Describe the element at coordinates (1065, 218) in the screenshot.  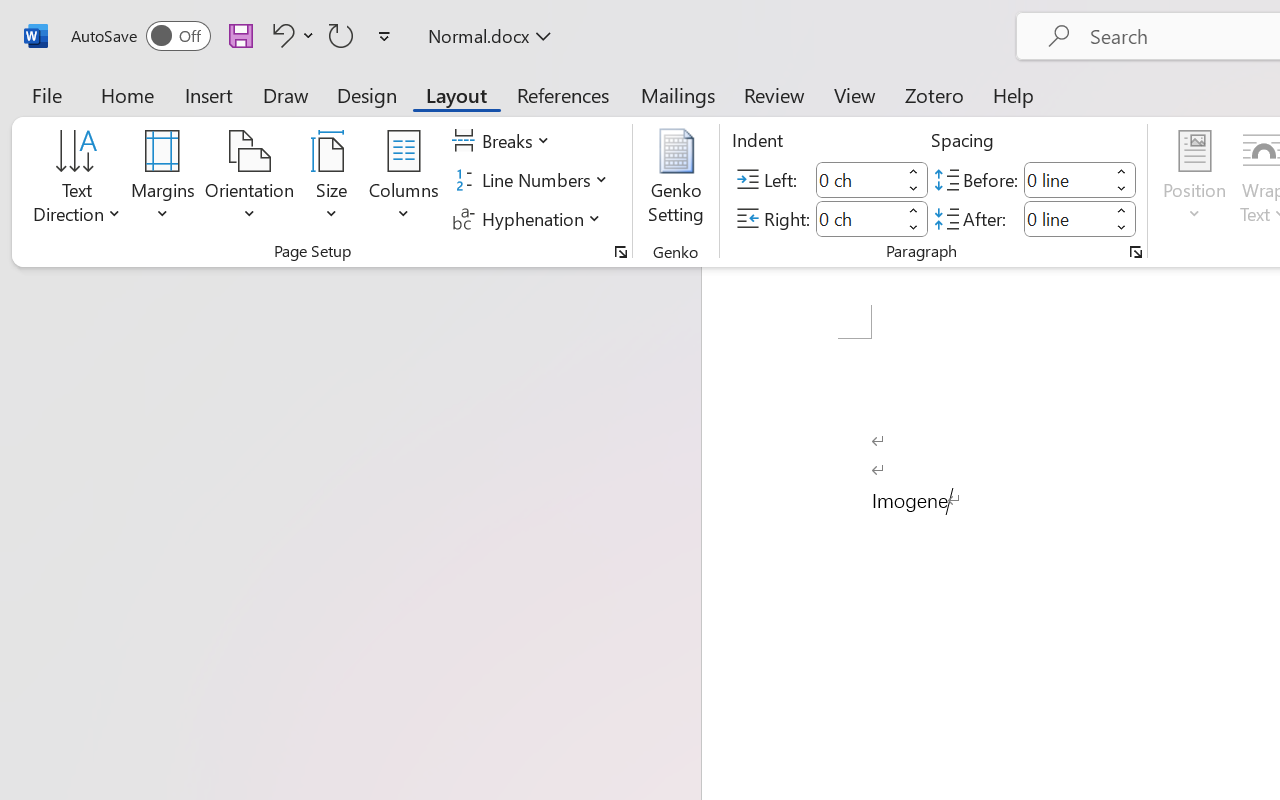
I see `'Spacing After'` at that location.